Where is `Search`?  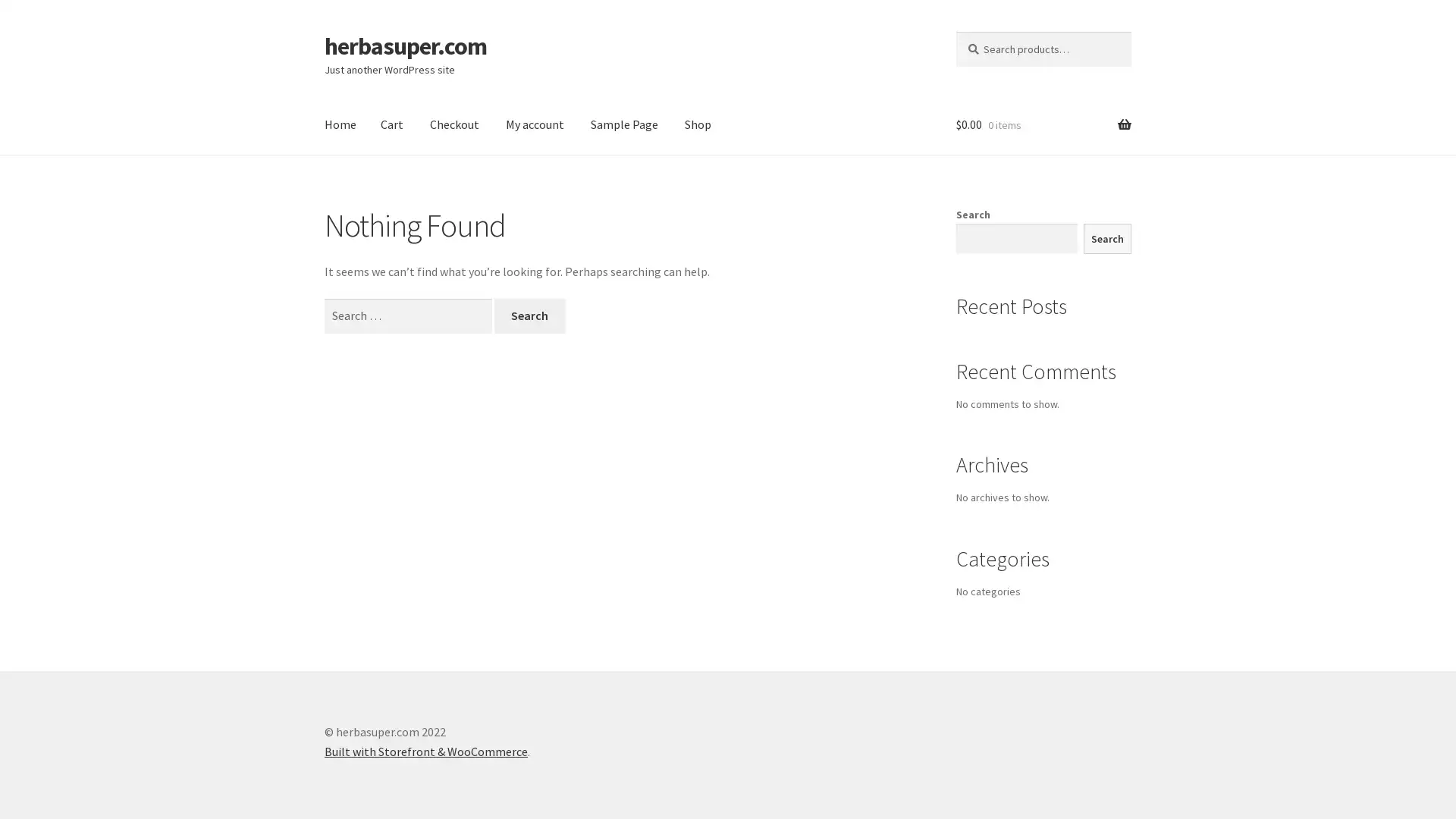 Search is located at coordinates (954, 30).